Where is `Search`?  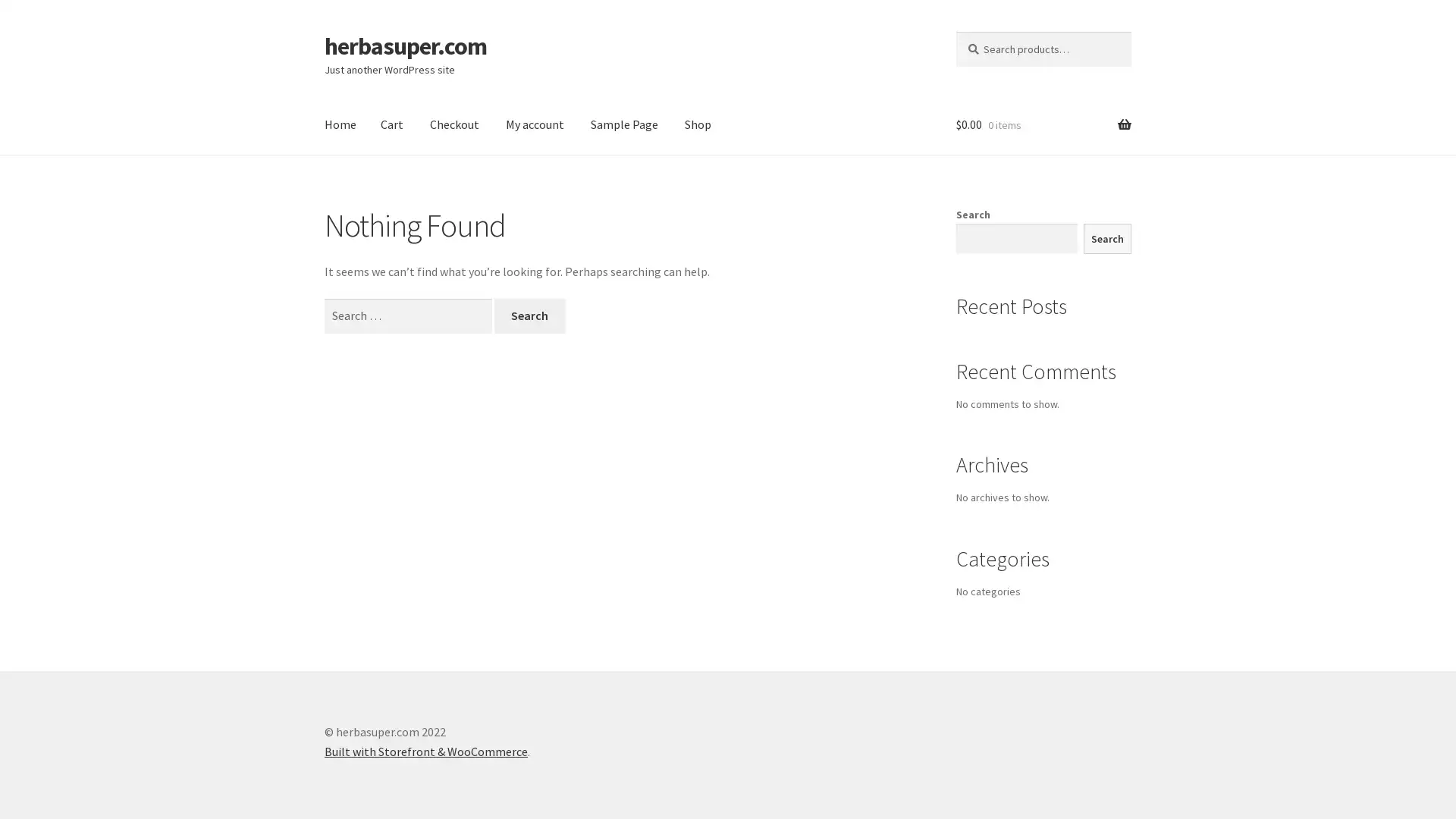 Search is located at coordinates (954, 30).